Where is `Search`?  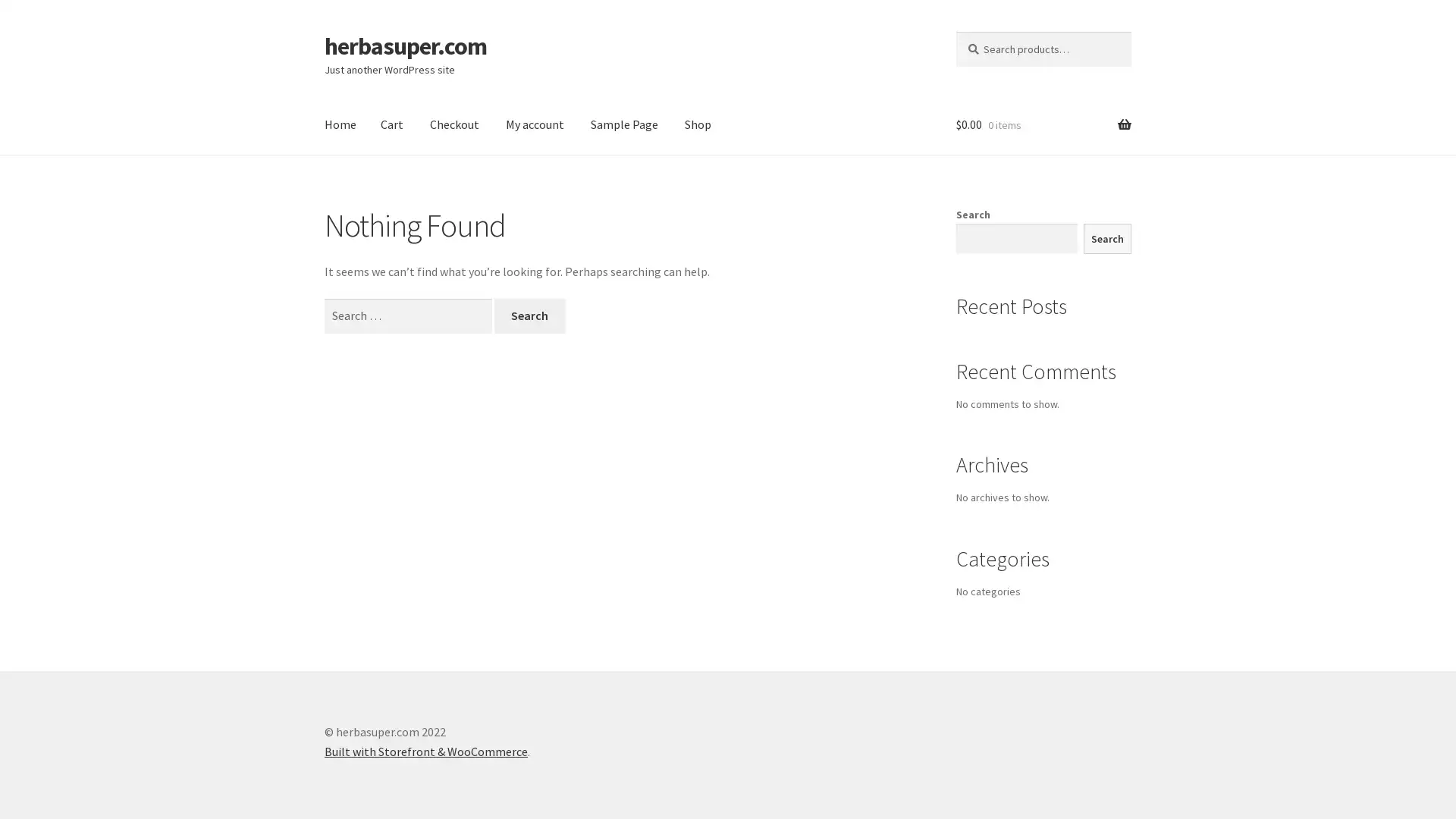 Search is located at coordinates (954, 30).